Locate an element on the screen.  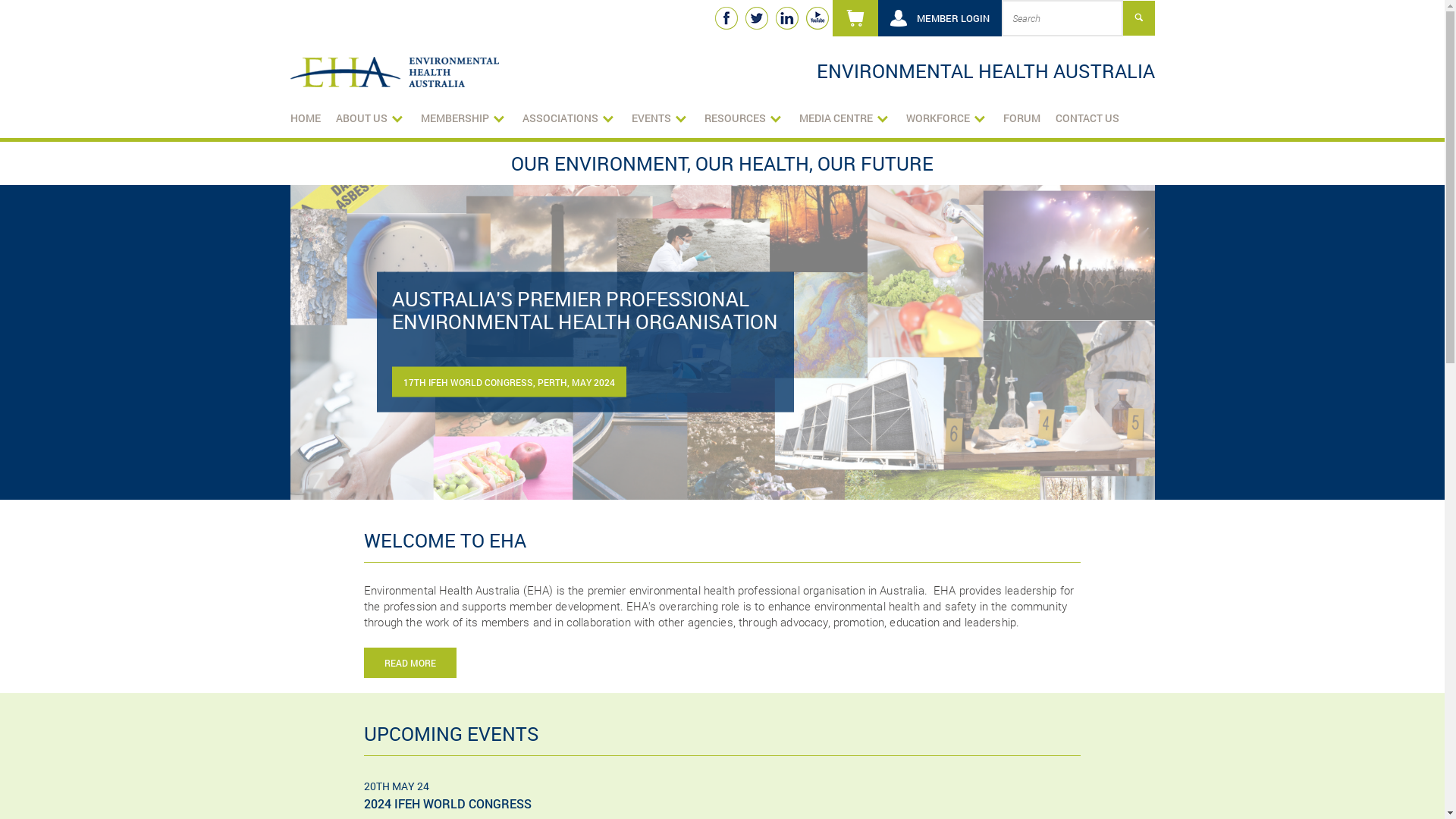
'EVENTS' is located at coordinates (659, 117).